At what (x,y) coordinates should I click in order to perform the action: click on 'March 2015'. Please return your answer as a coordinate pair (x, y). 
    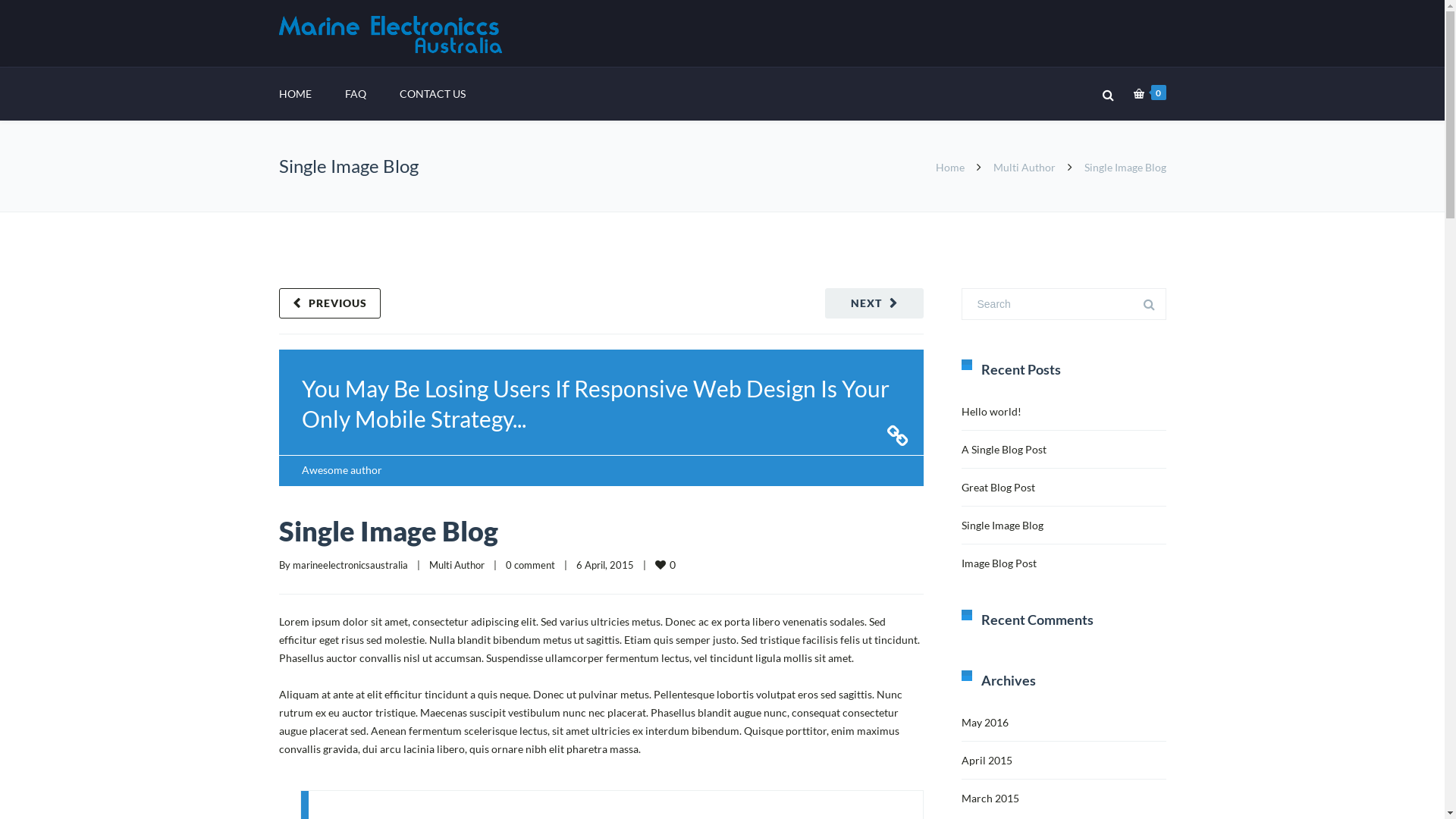
    Looking at the image, I should click on (990, 797).